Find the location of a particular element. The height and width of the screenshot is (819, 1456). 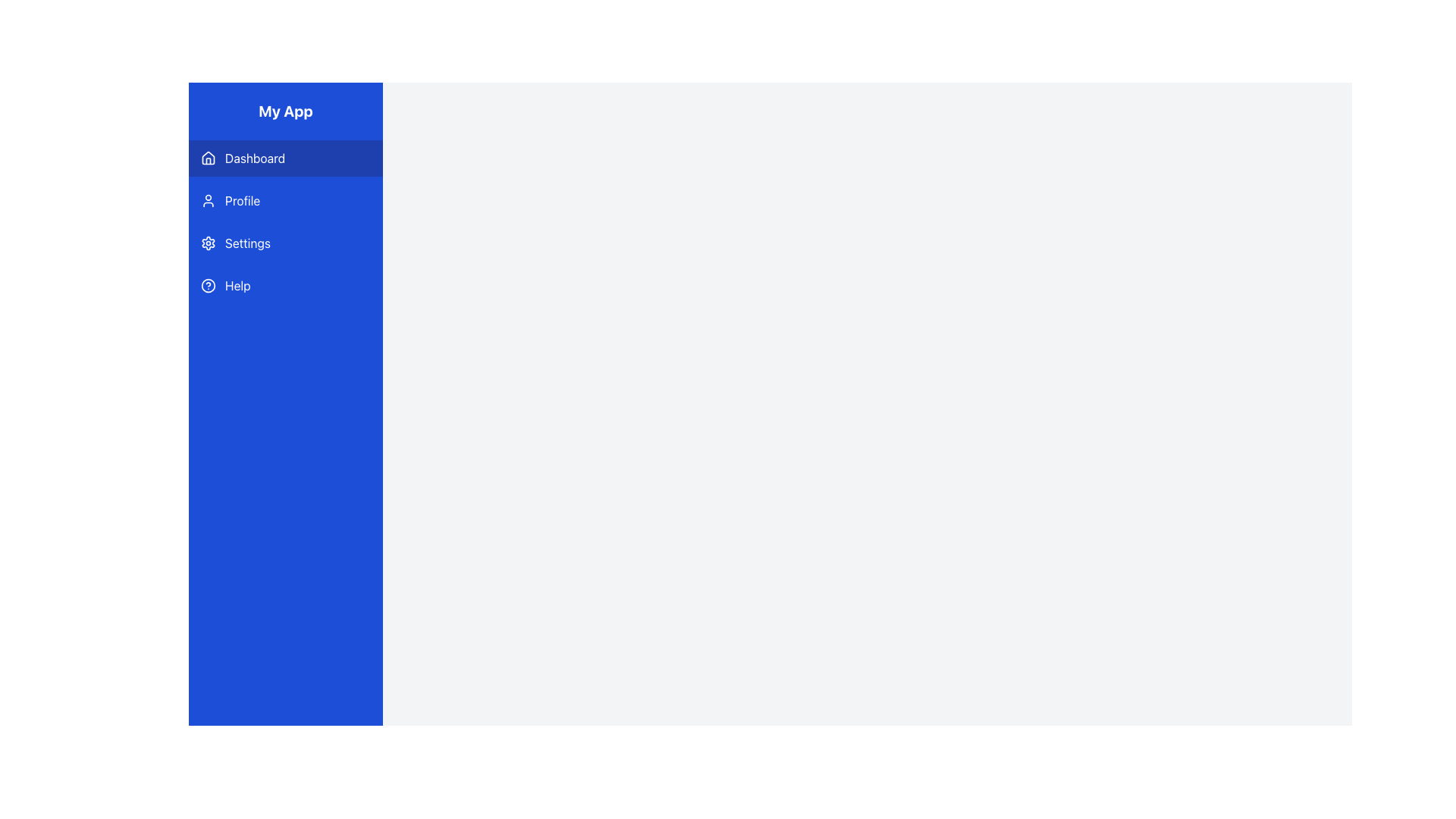

the 'Dashboard' text label on the left-hand navigation bar is located at coordinates (255, 158).